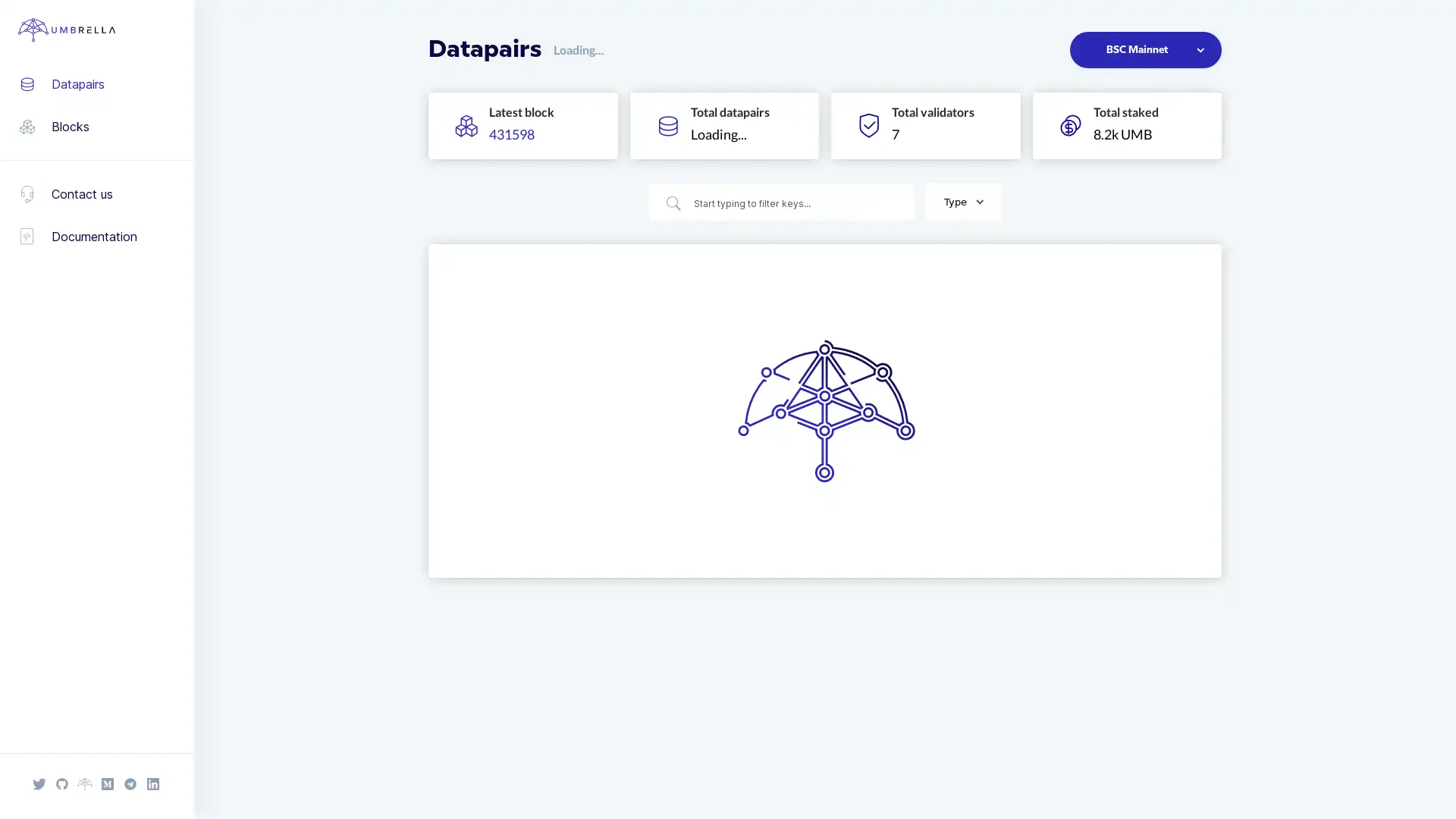 The height and width of the screenshot is (819, 1456). Describe the element at coordinates (96, 84) in the screenshot. I see `Datapairs` at that location.